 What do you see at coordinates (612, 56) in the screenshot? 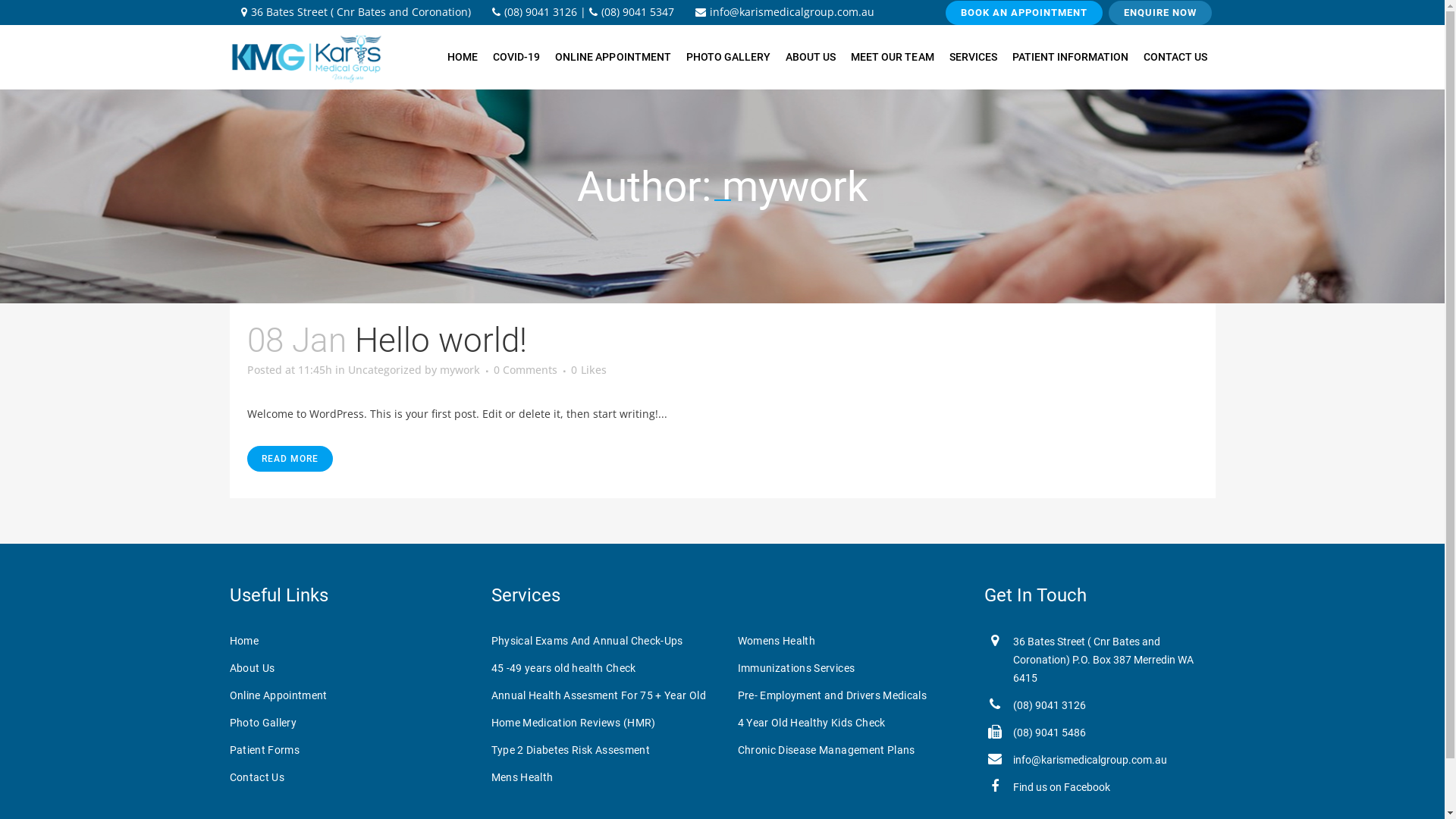
I see `'ONLINE APPOINTMENT'` at bounding box center [612, 56].